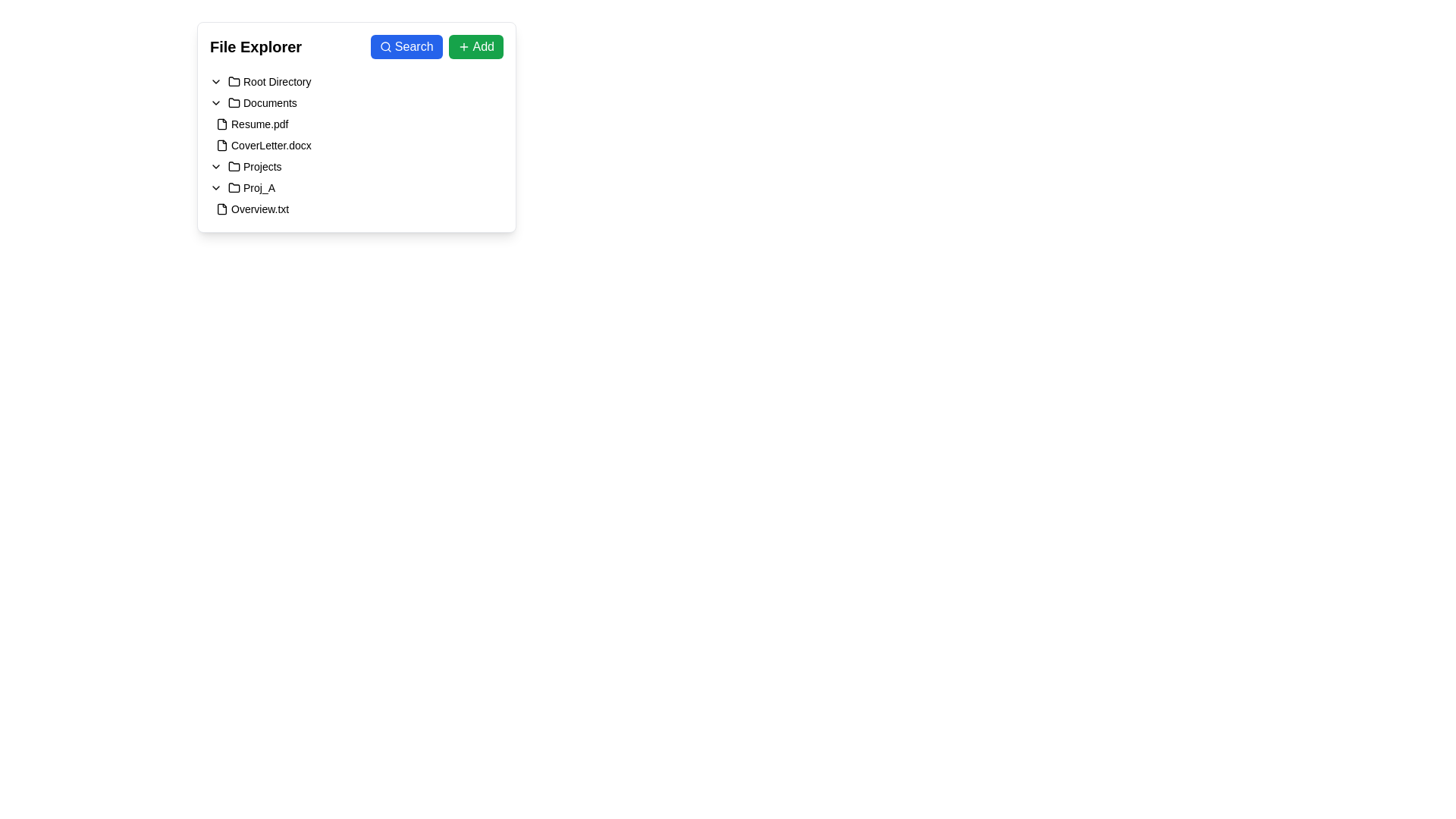  Describe the element at coordinates (356, 124) in the screenshot. I see `the 'Resume.pdf' file entry in the file explorer` at that location.